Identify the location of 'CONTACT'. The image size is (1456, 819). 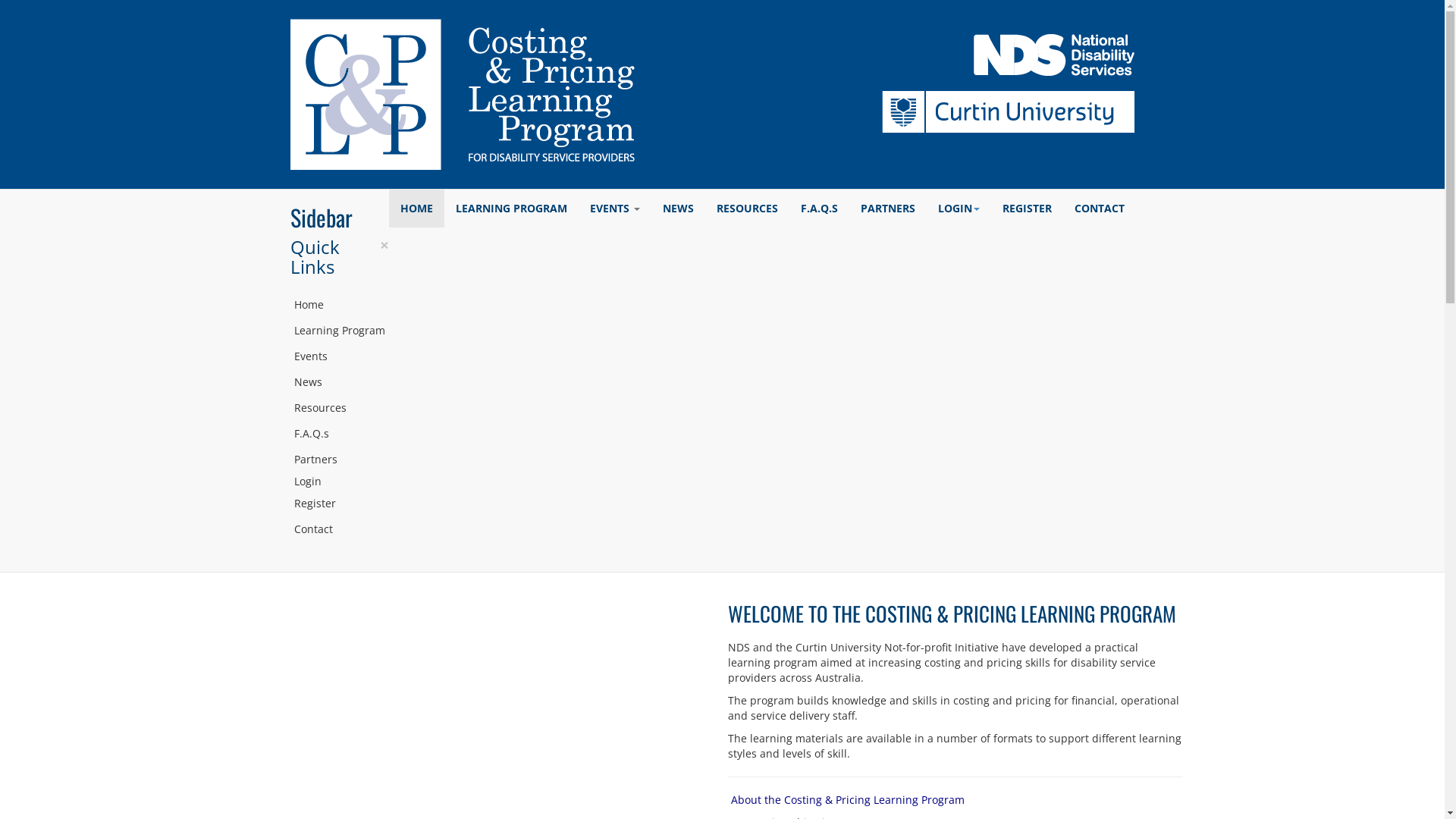
(1099, 208).